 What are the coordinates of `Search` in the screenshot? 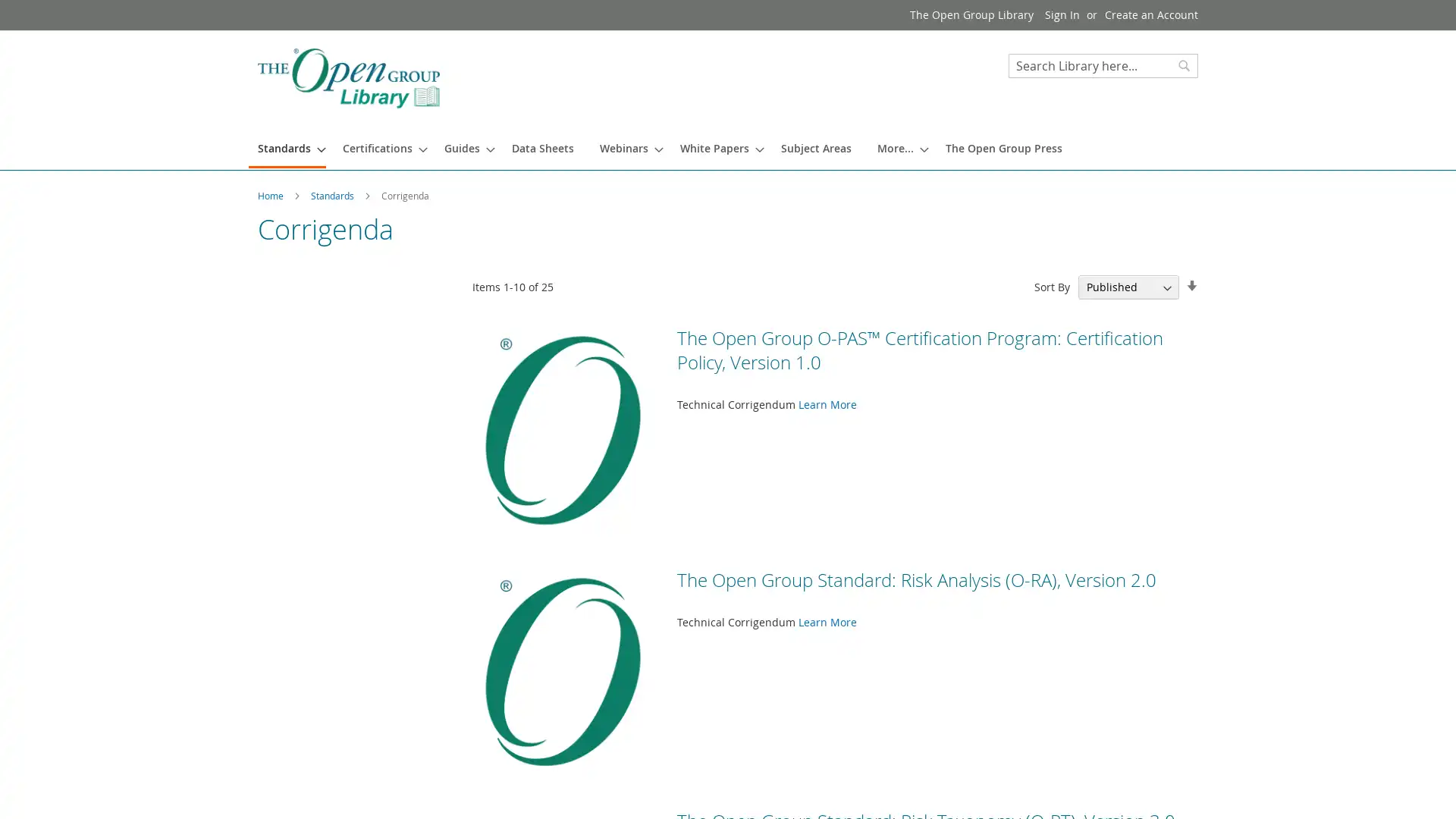 It's located at (1183, 65).